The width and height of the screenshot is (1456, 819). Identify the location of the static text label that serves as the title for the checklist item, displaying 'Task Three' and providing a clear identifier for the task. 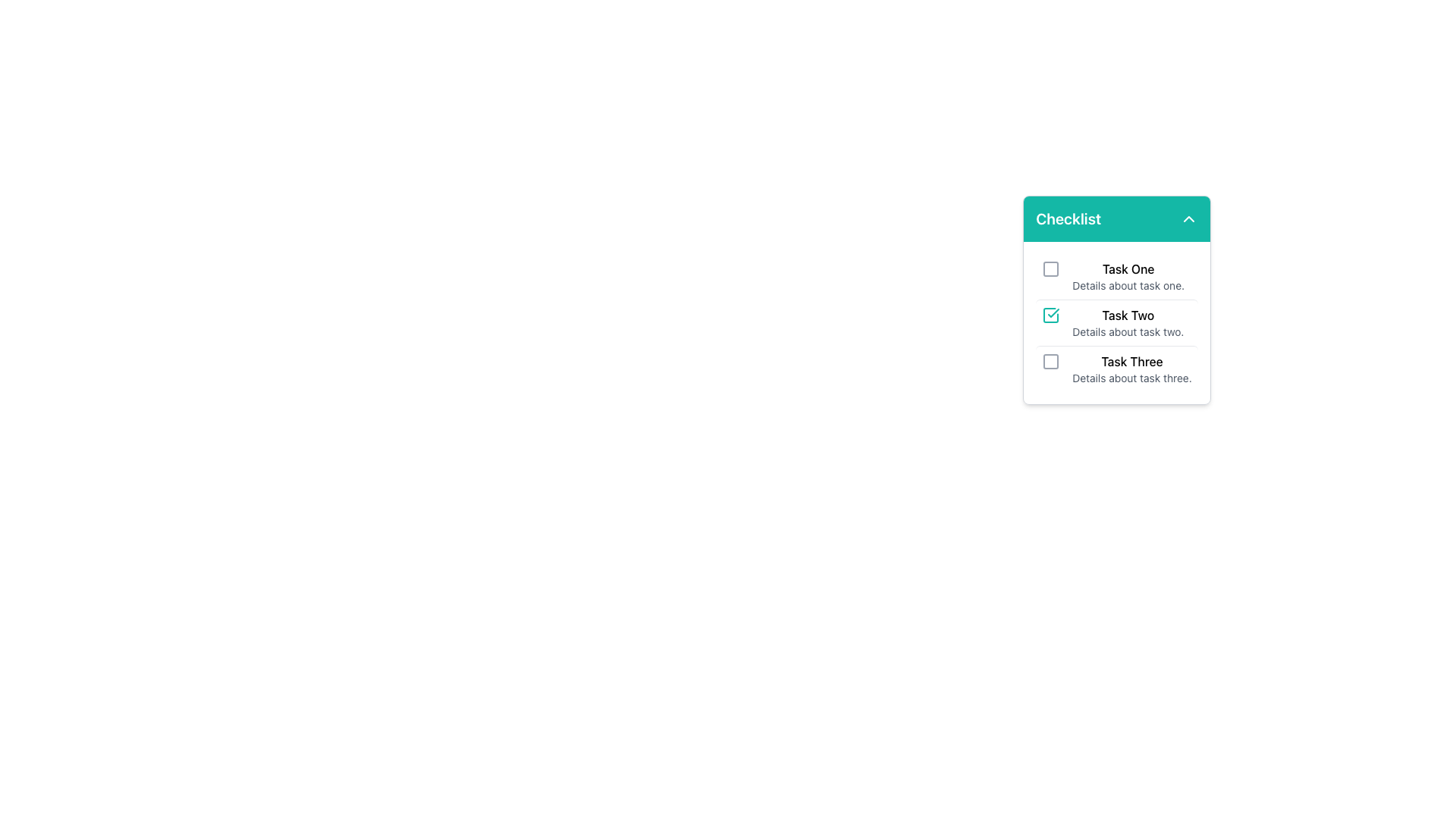
(1131, 362).